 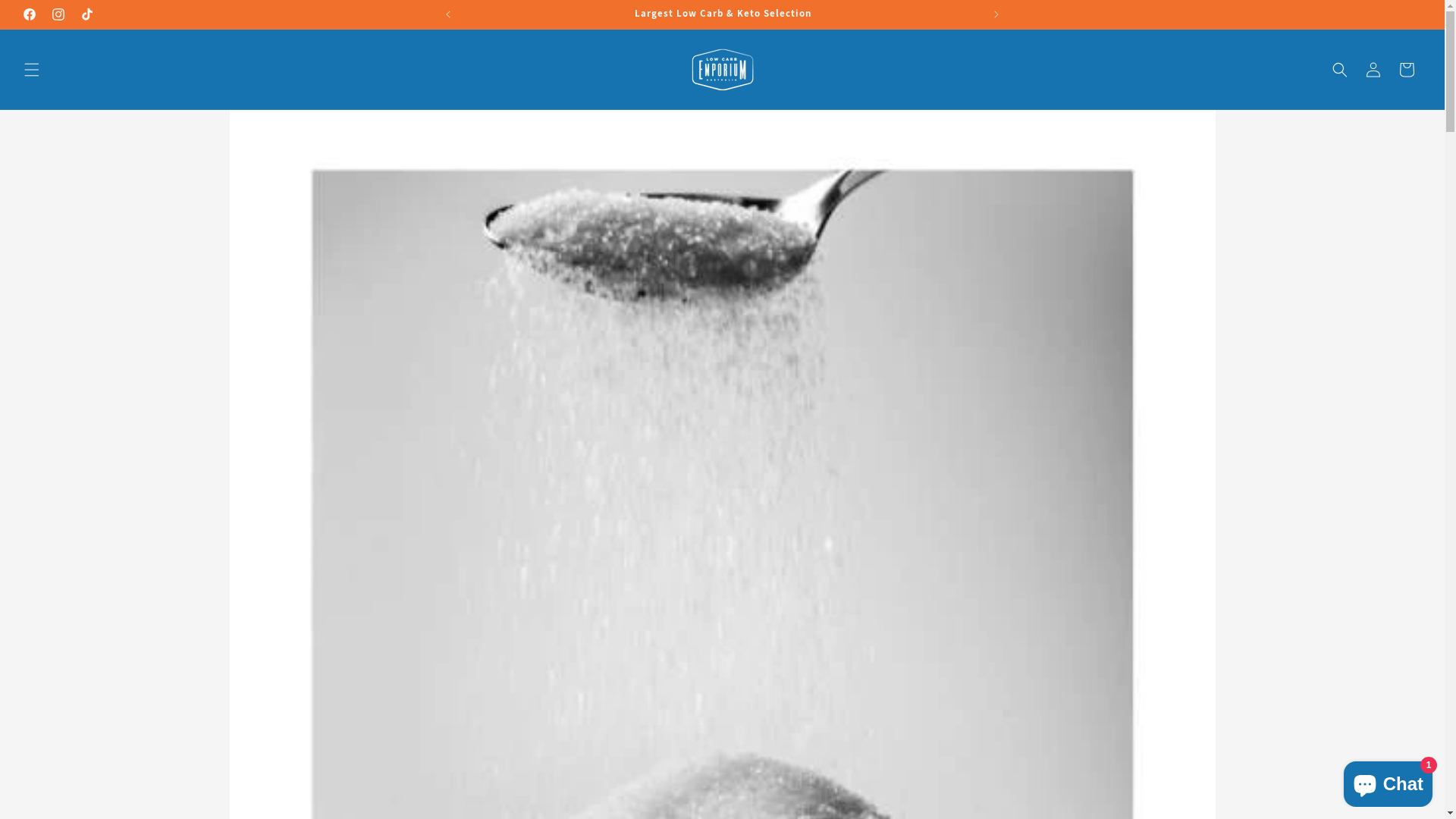 What do you see at coordinates (1388, 780) in the screenshot?
I see `'Shopify online store chat'` at bounding box center [1388, 780].